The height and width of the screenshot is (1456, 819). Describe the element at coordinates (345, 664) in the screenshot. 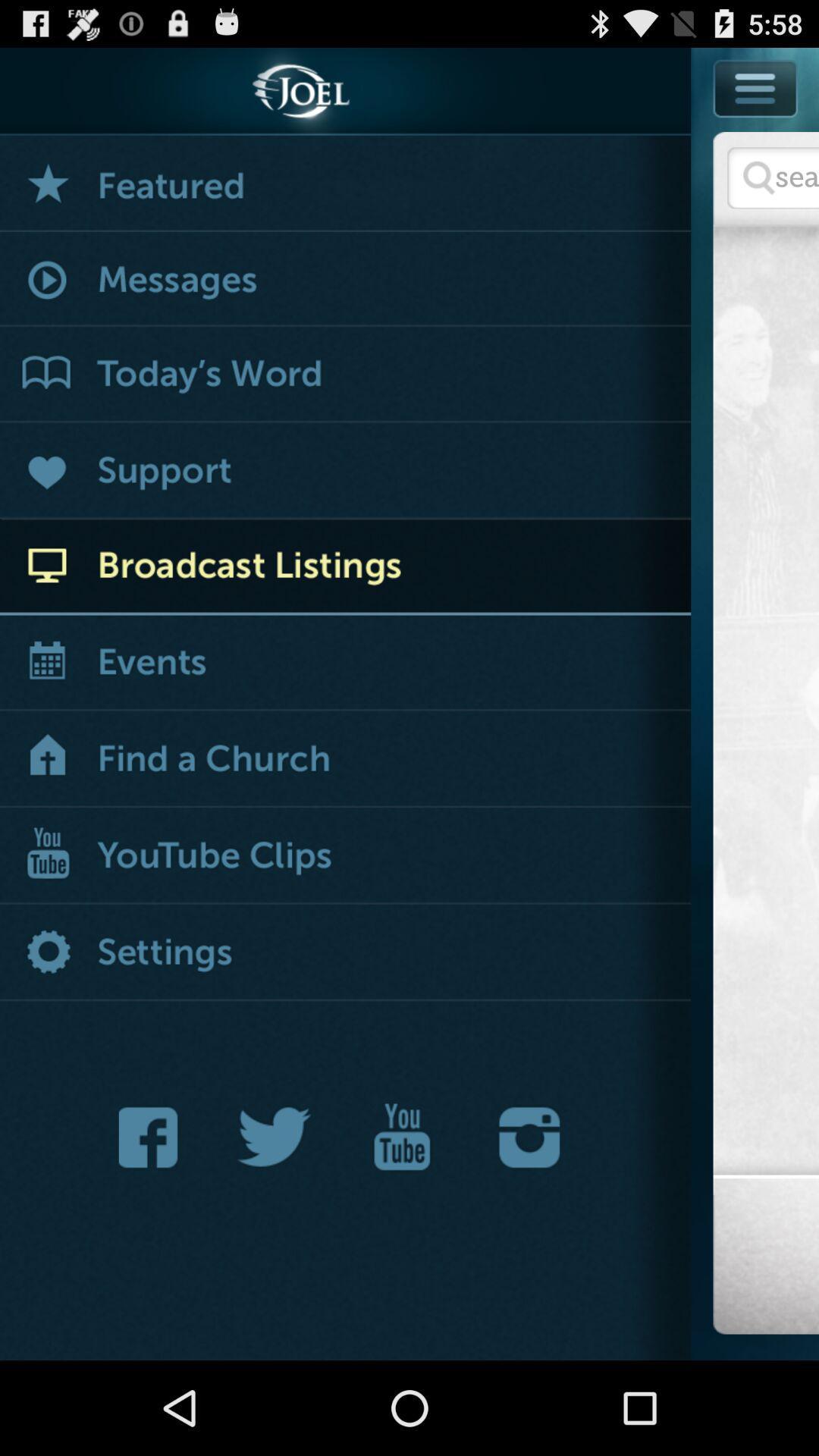

I see `open calender` at that location.